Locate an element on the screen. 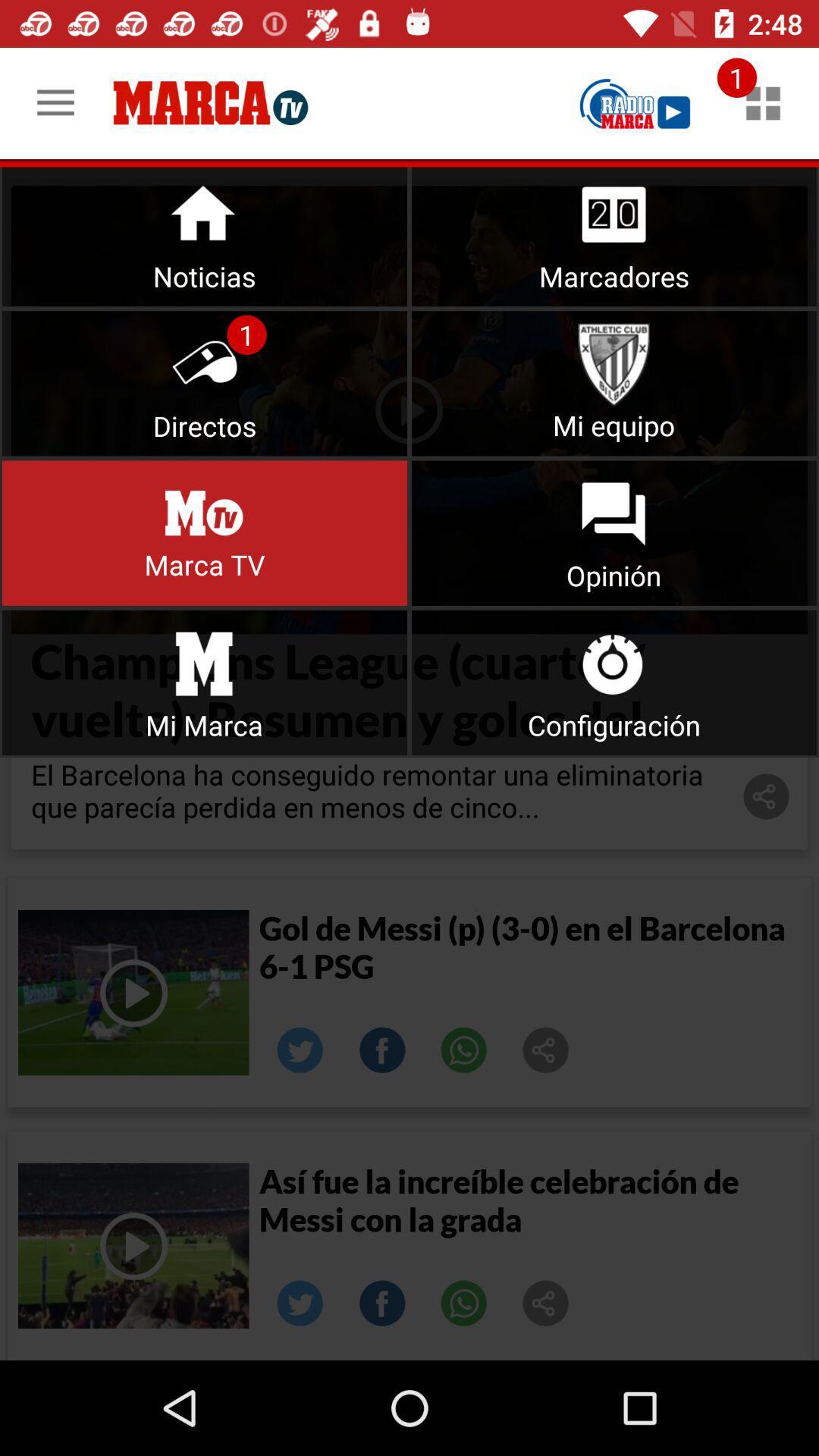  click directos is located at coordinates (205, 383).